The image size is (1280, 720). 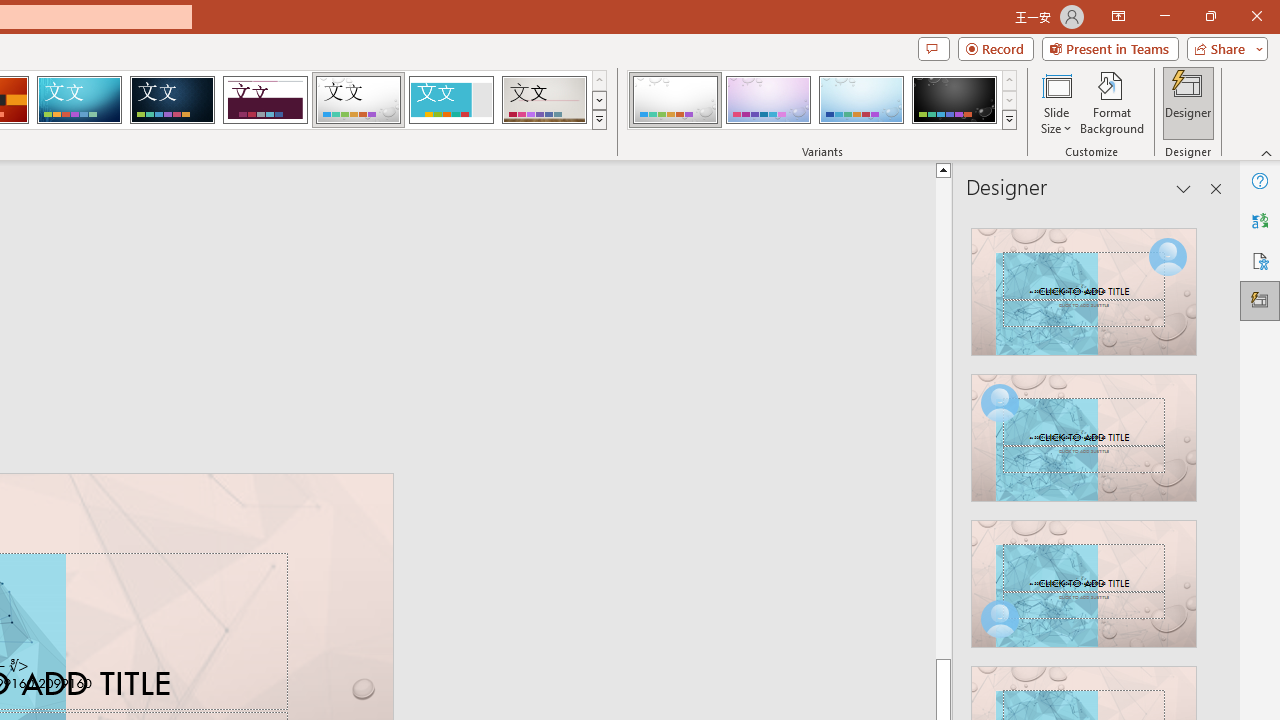 What do you see at coordinates (861, 100) in the screenshot?
I see `'Droplet Variant 3'` at bounding box center [861, 100].